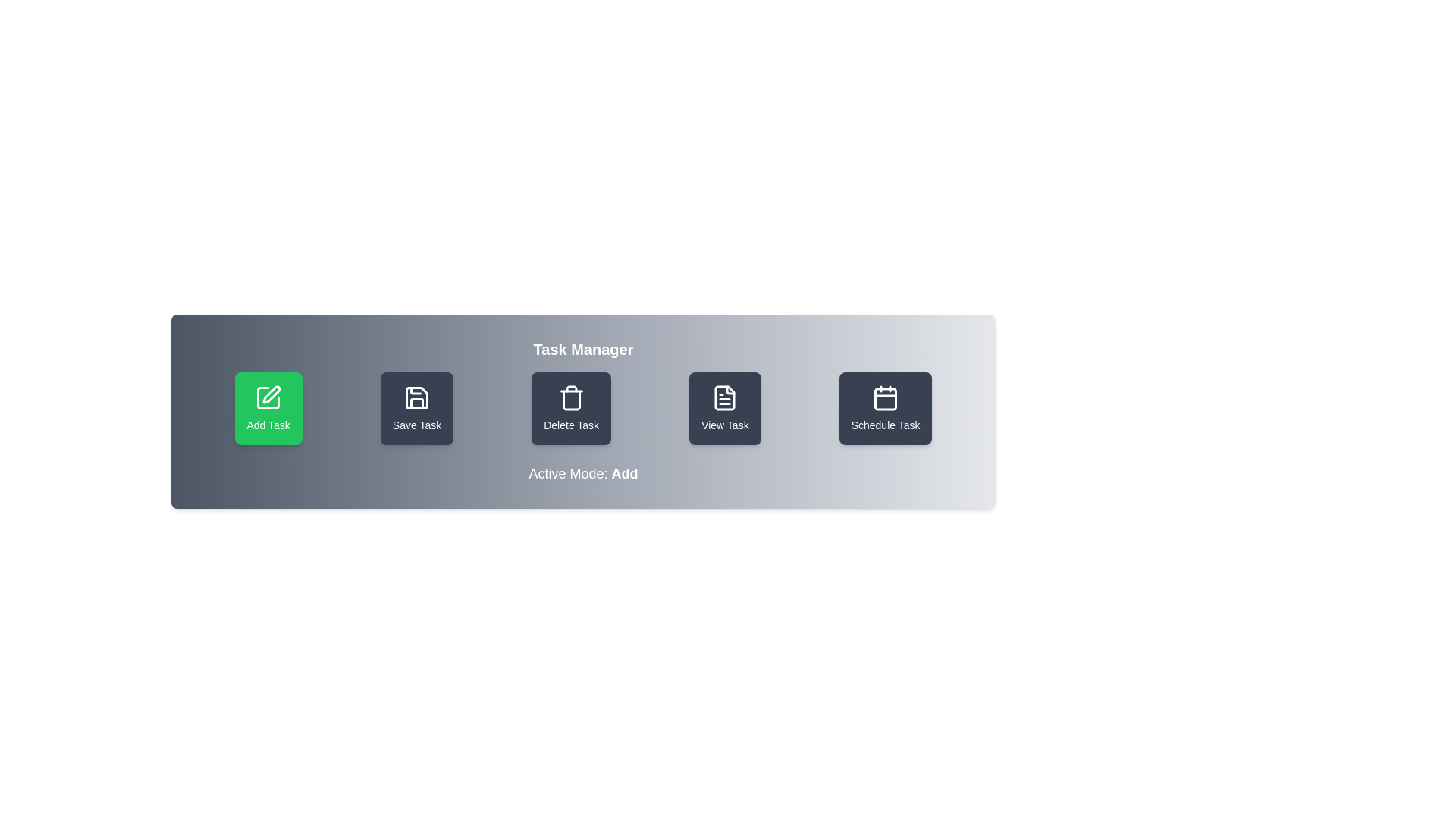 This screenshot has height=819, width=1456. What do you see at coordinates (570, 408) in the screenshot?
I see `the button labeled 'Delete Task' to observe its hover effect` at bounding box center [570, 408].